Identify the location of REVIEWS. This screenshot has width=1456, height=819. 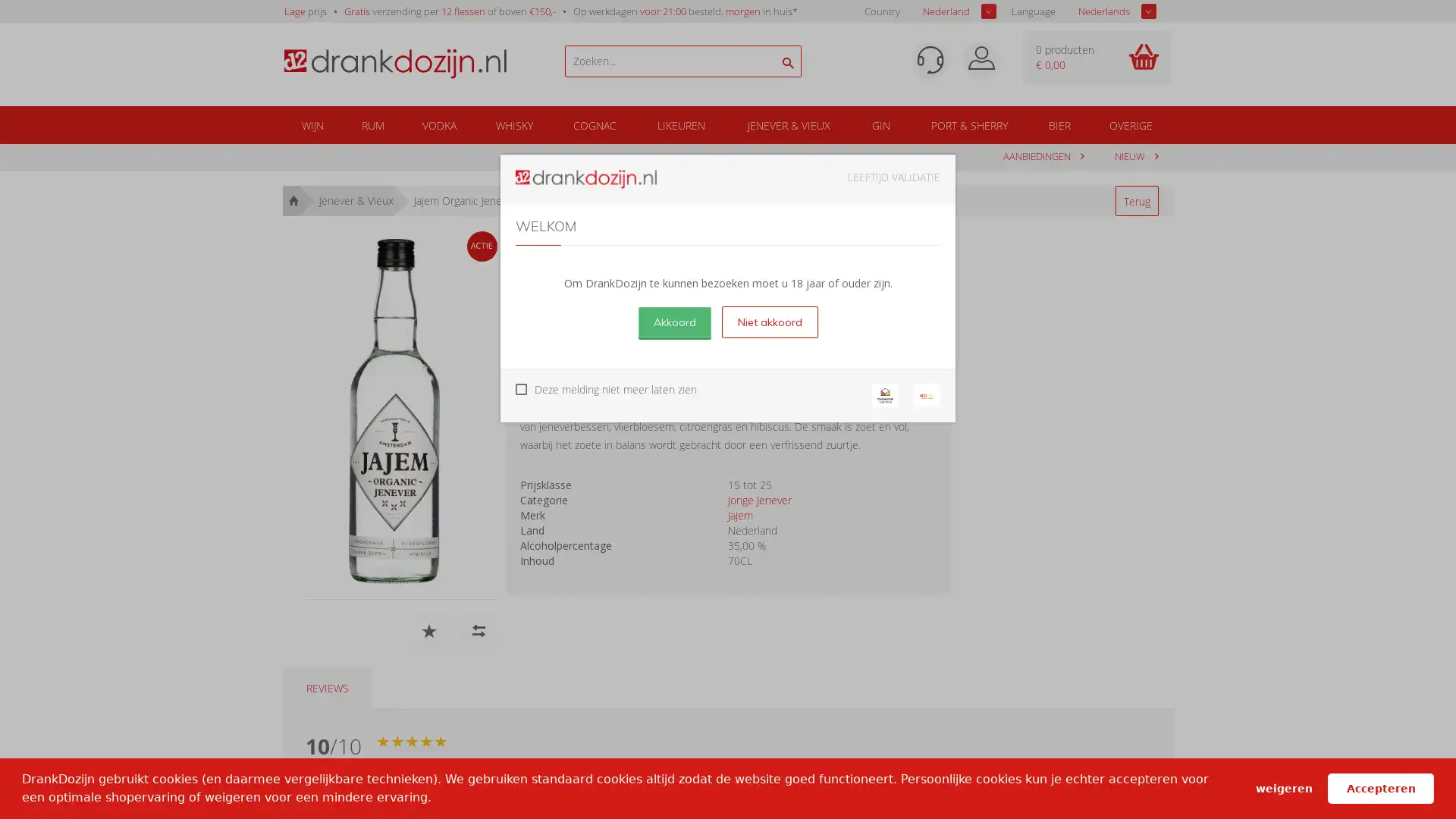
(326, 688).